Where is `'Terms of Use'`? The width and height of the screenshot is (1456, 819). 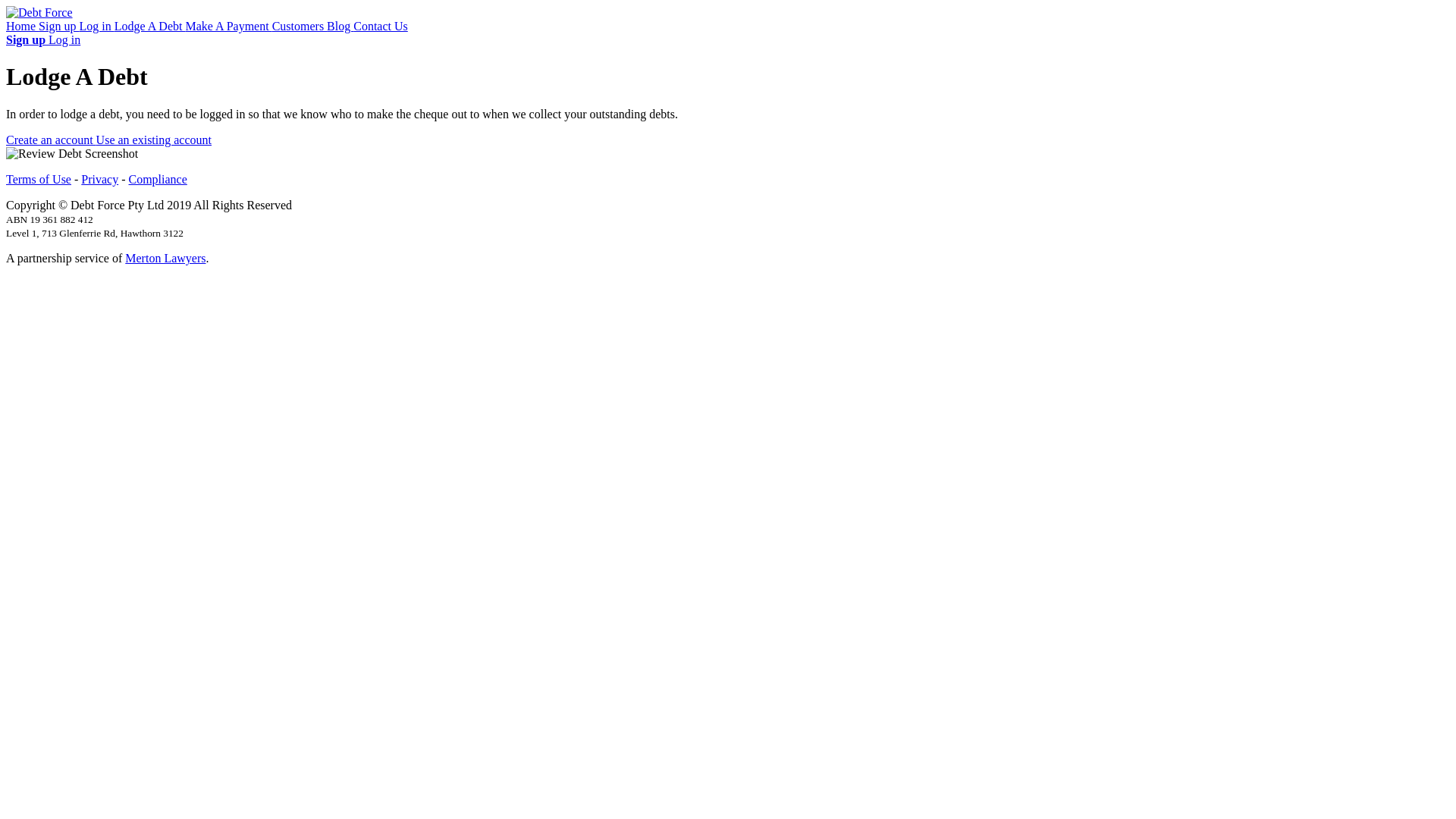 'Terms of Use' is located at coordinates (39, 178).